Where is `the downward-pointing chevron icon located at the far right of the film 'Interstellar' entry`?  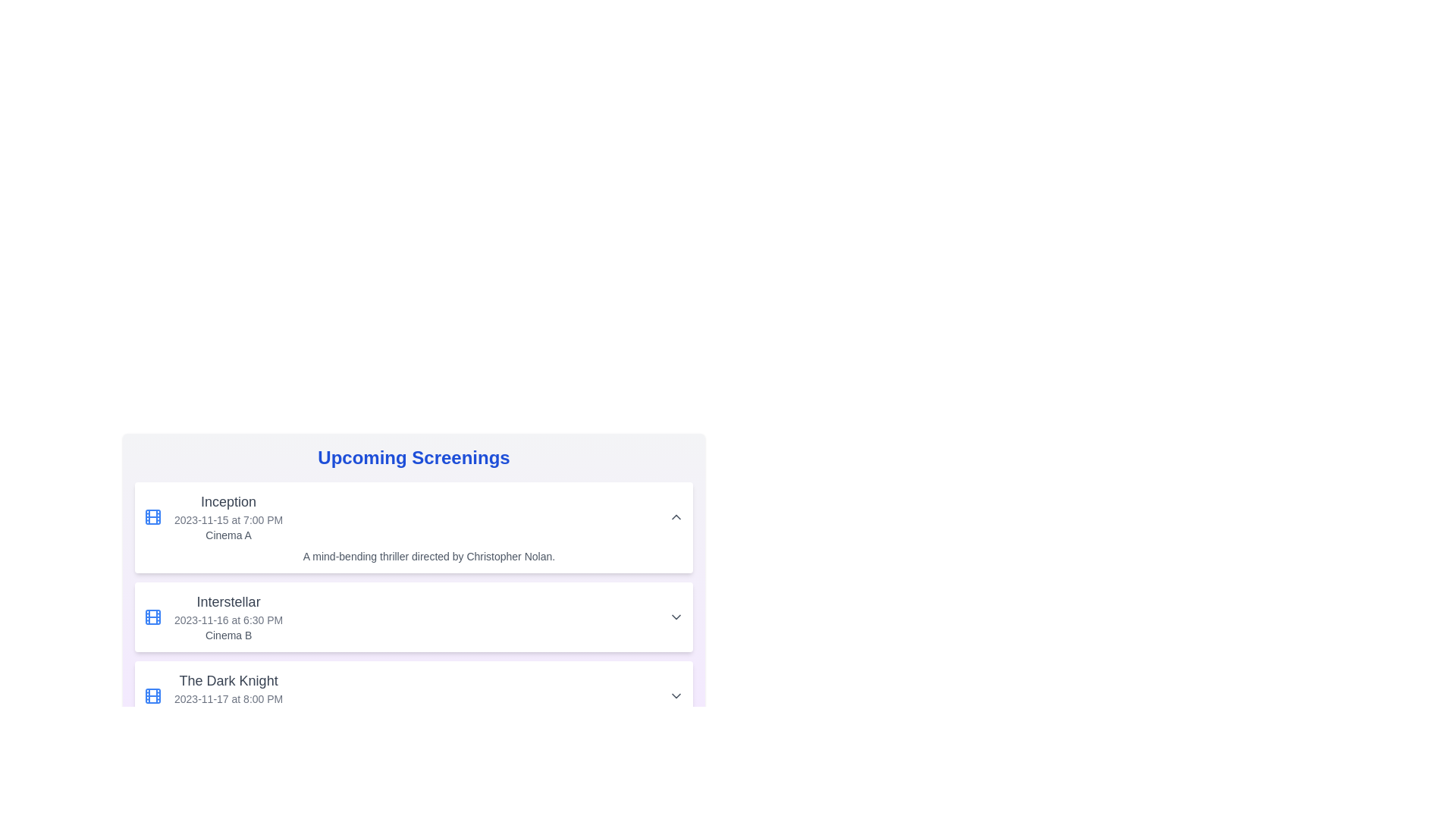 the downward-pointing chevron icon located at the far right of the film 'Interstellar' entry is located at coordinates (676, 617).